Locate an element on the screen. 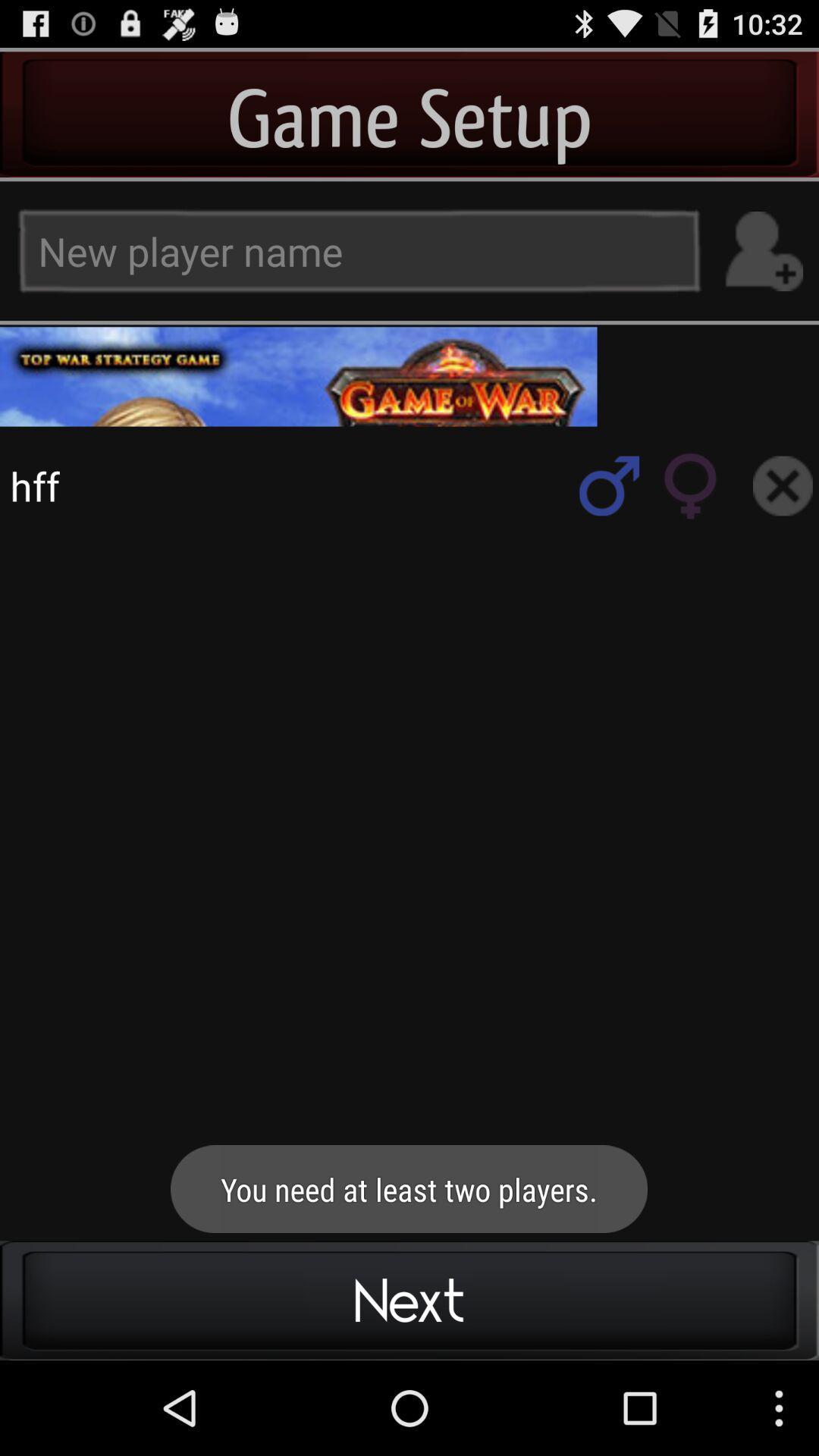  to favorites is located at coordinates (608, 485).